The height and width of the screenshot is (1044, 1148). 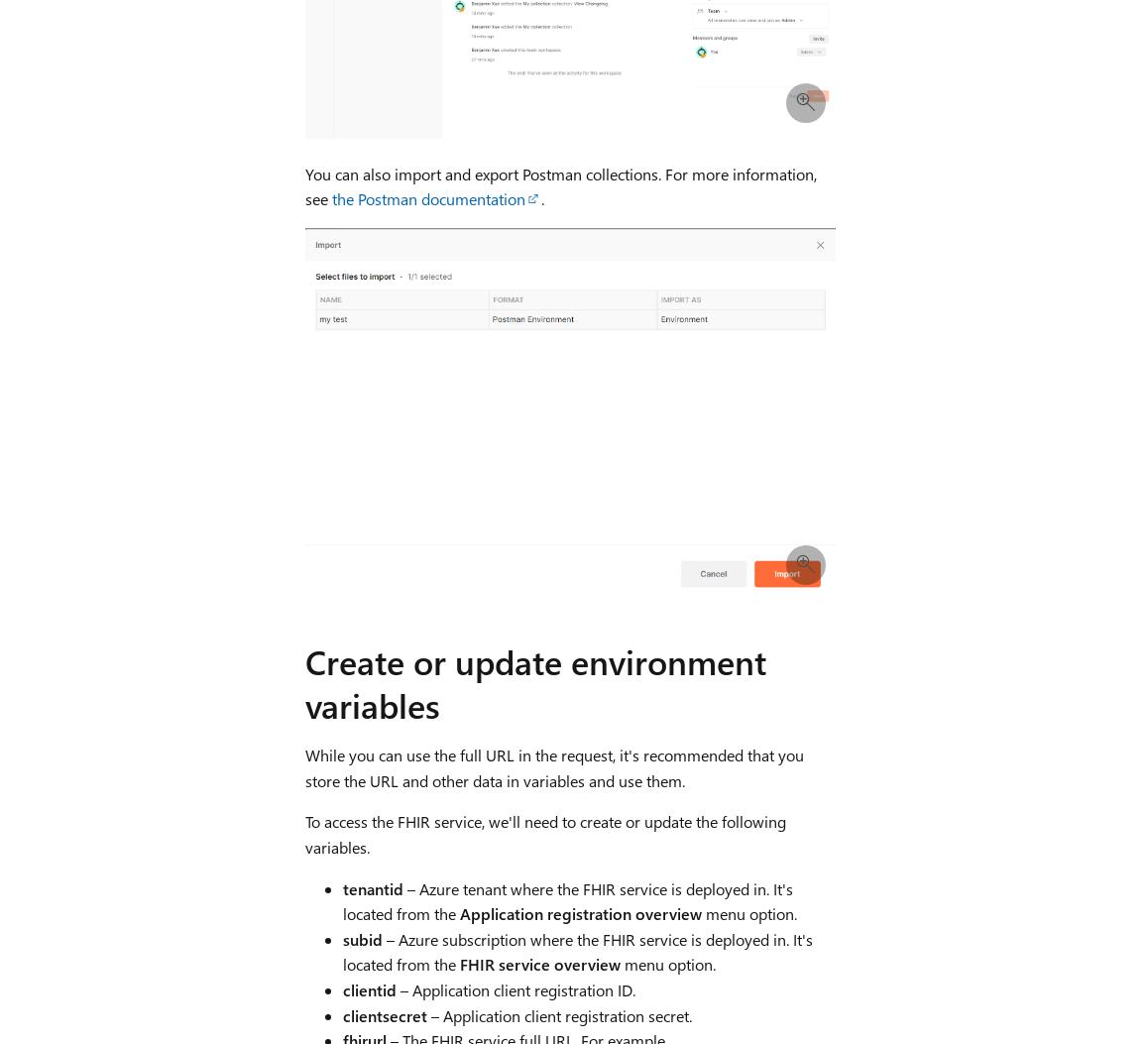 What do you see at coordinates (576, 951) in the screenshot?
I see `'– Azure subscription where the FHIR service is deployed in. It's located from the'` at bounding box center [576, 951].